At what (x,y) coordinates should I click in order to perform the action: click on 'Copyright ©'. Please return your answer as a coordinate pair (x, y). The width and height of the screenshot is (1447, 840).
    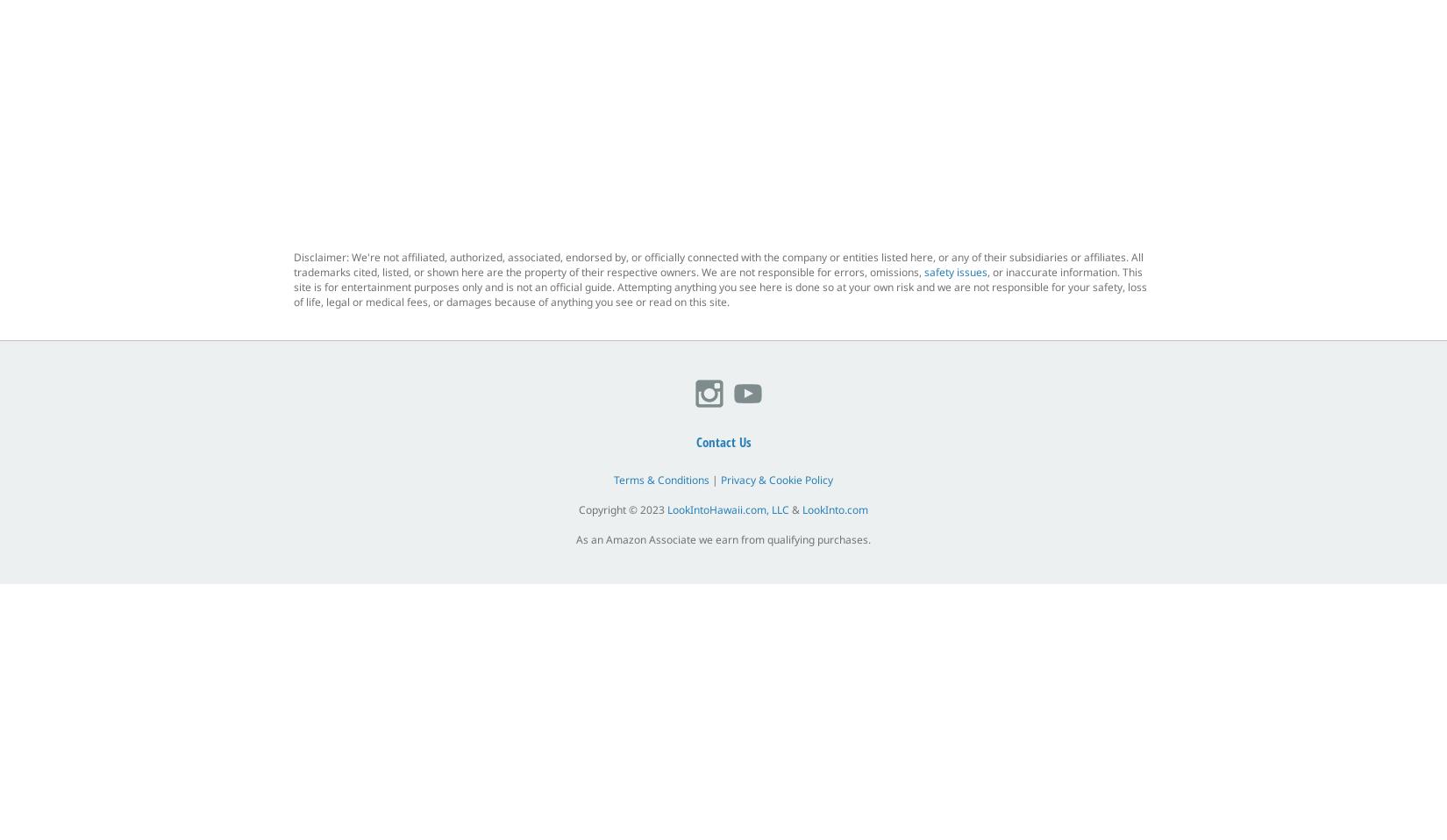
    Looking at the image, I should click on (578, 509).